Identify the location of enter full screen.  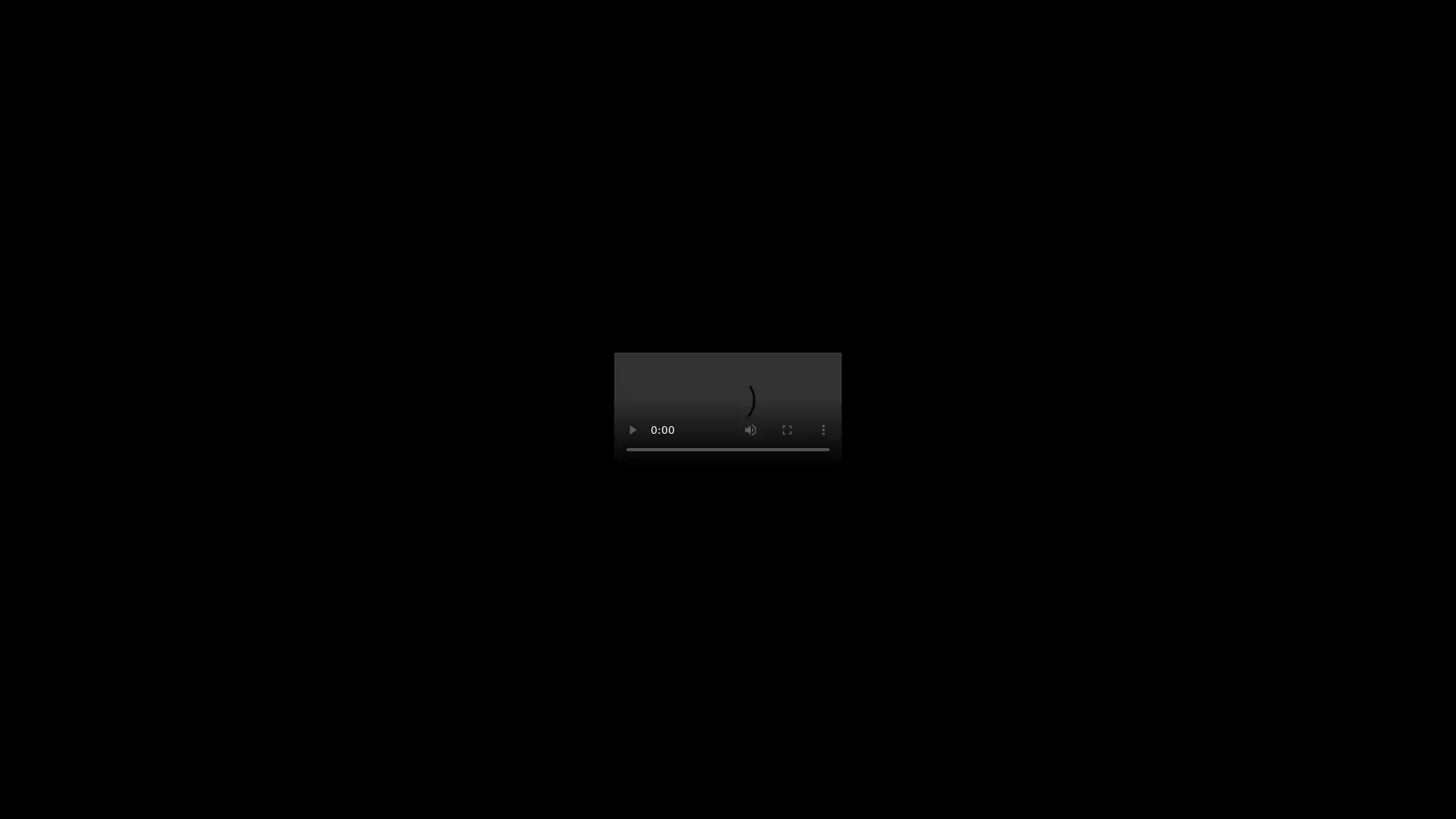
(786, 430).